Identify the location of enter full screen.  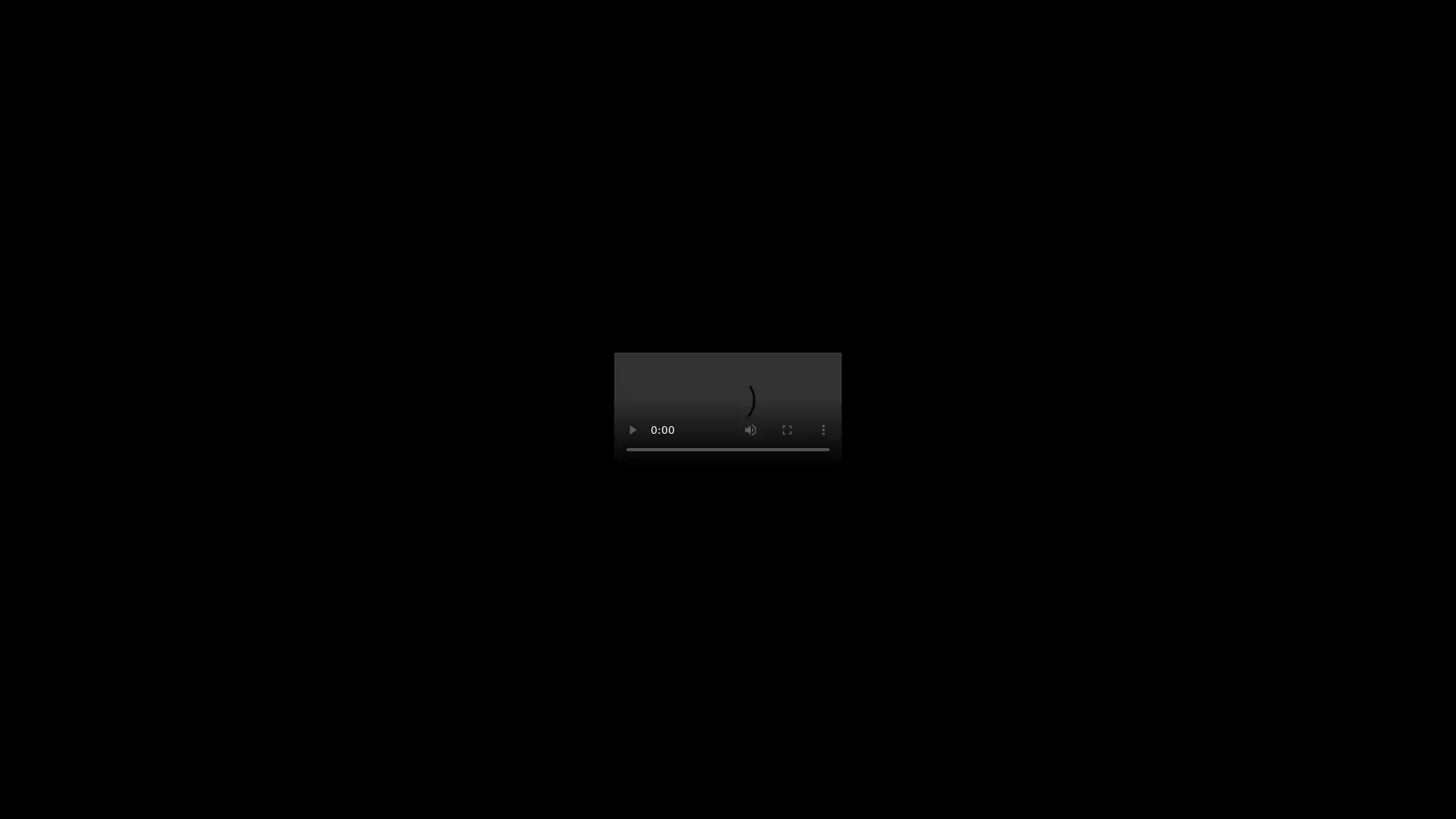
(786, 430).